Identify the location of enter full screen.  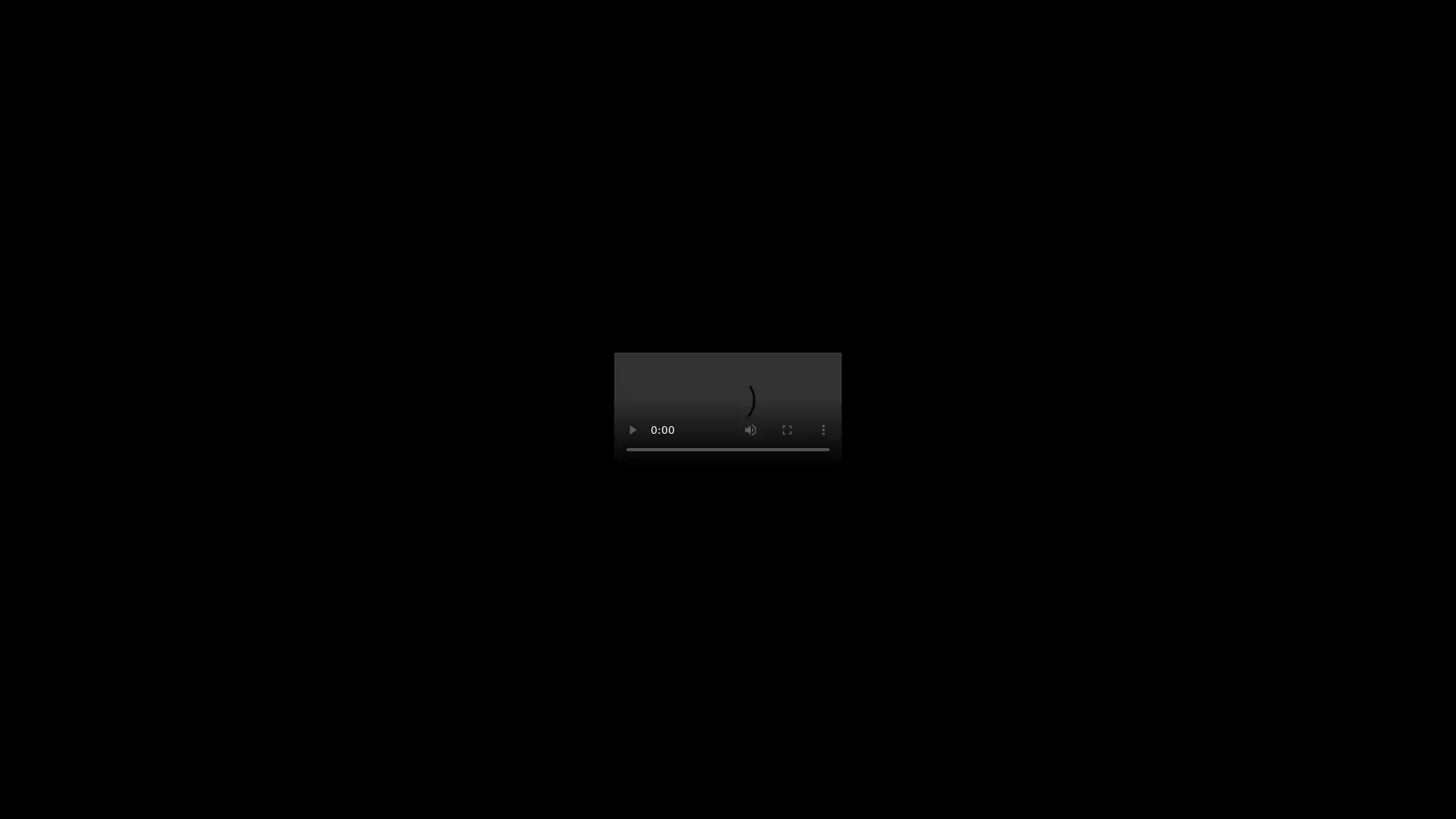
(786, 430).